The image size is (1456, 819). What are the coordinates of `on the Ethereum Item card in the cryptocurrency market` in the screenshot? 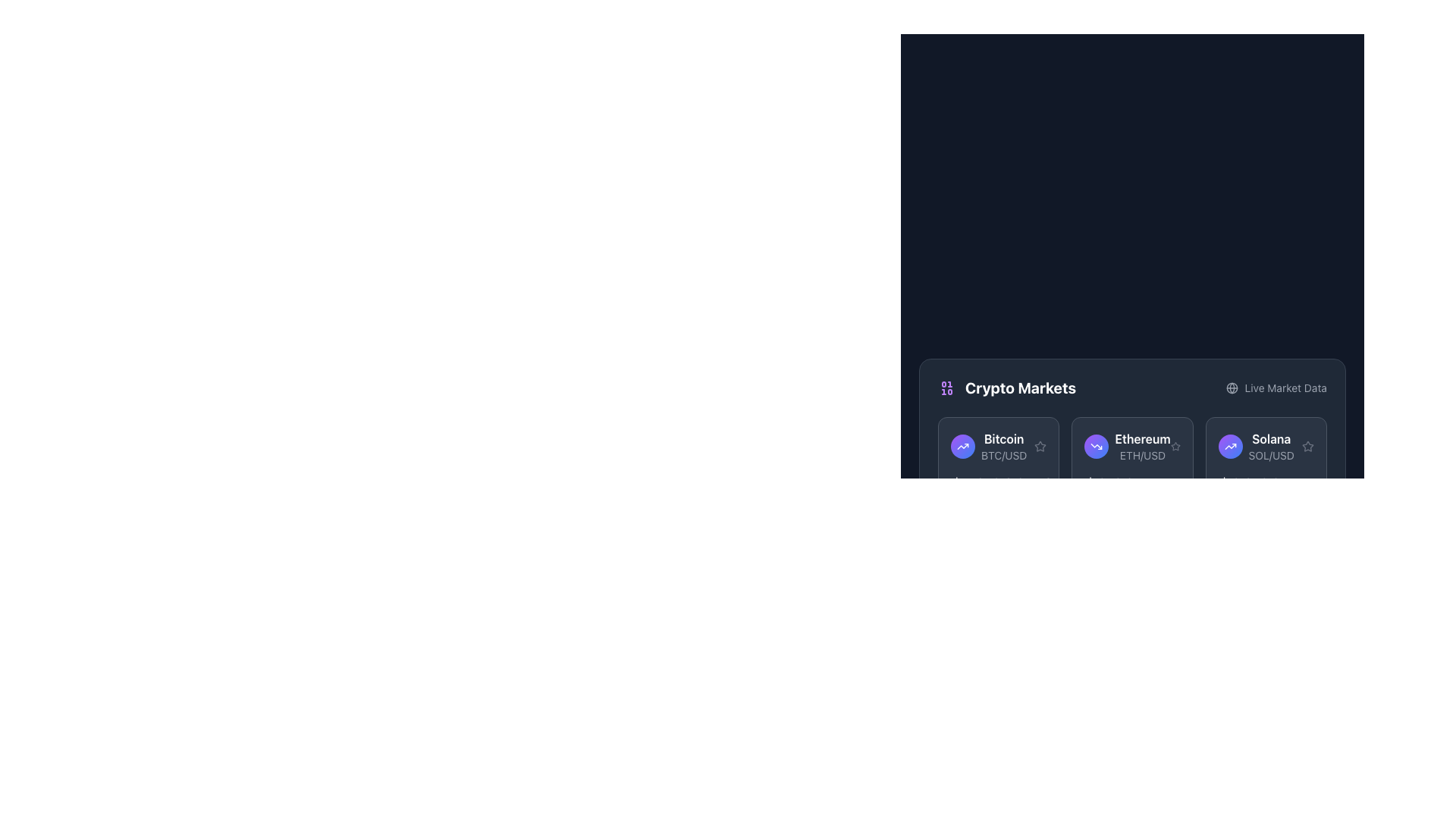 It's located at (1132, 446).